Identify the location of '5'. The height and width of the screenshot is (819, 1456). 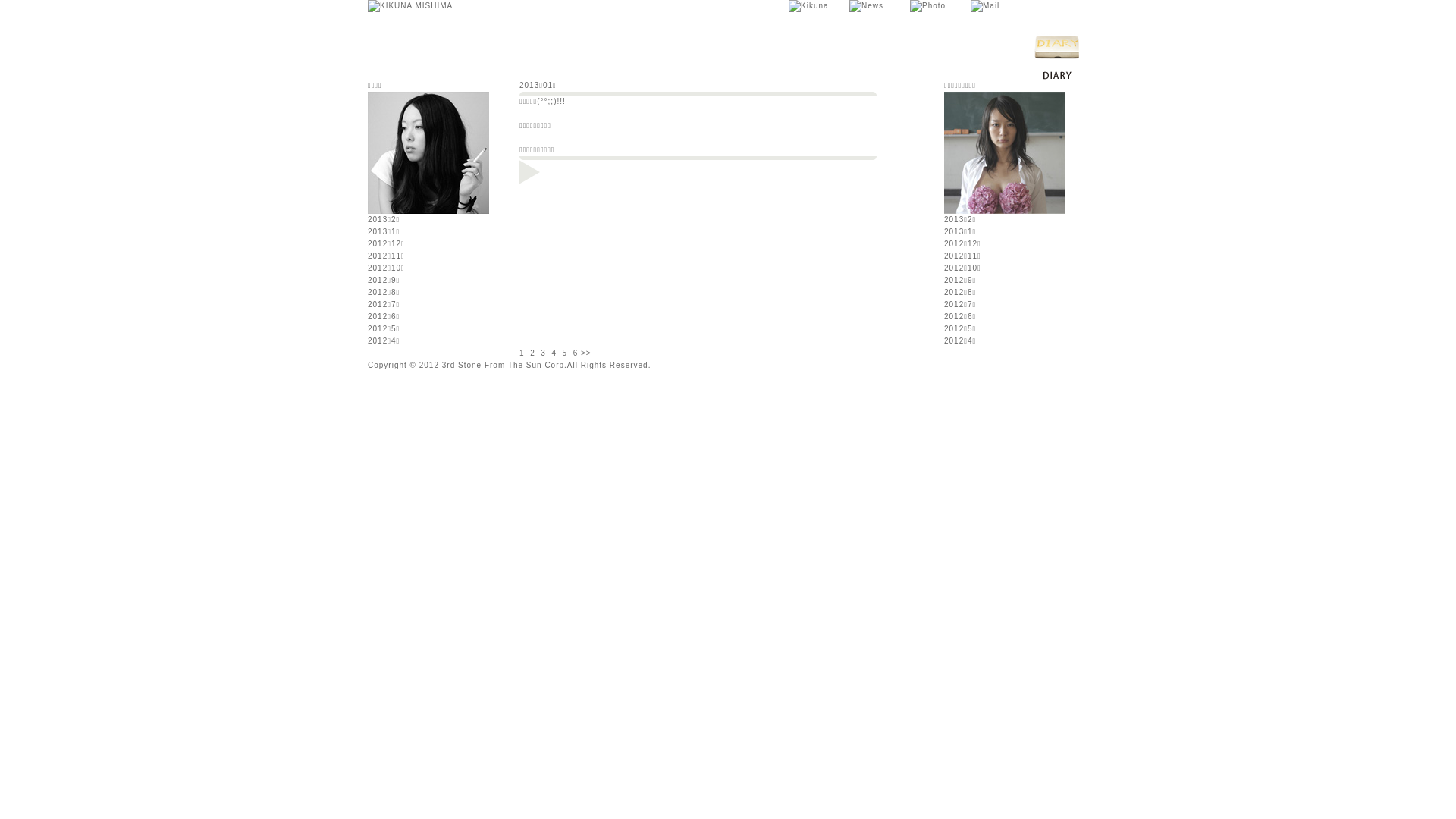
(564, 353).